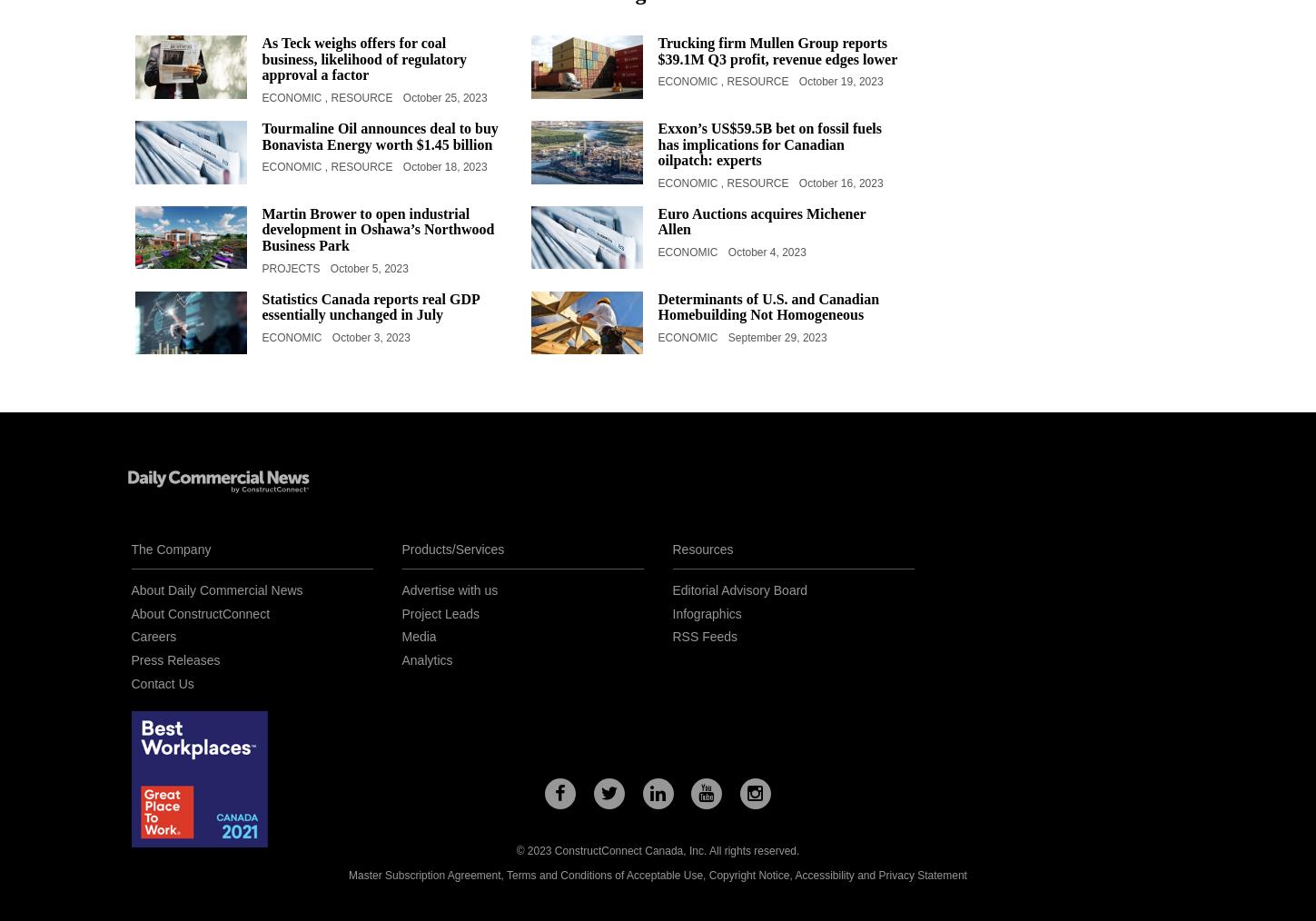 The image size is (1316, 921). What do you see at coordinates (444, 96) in the screenshot?
I see `'October 25, 2023'` at bounding box center [444, 96].